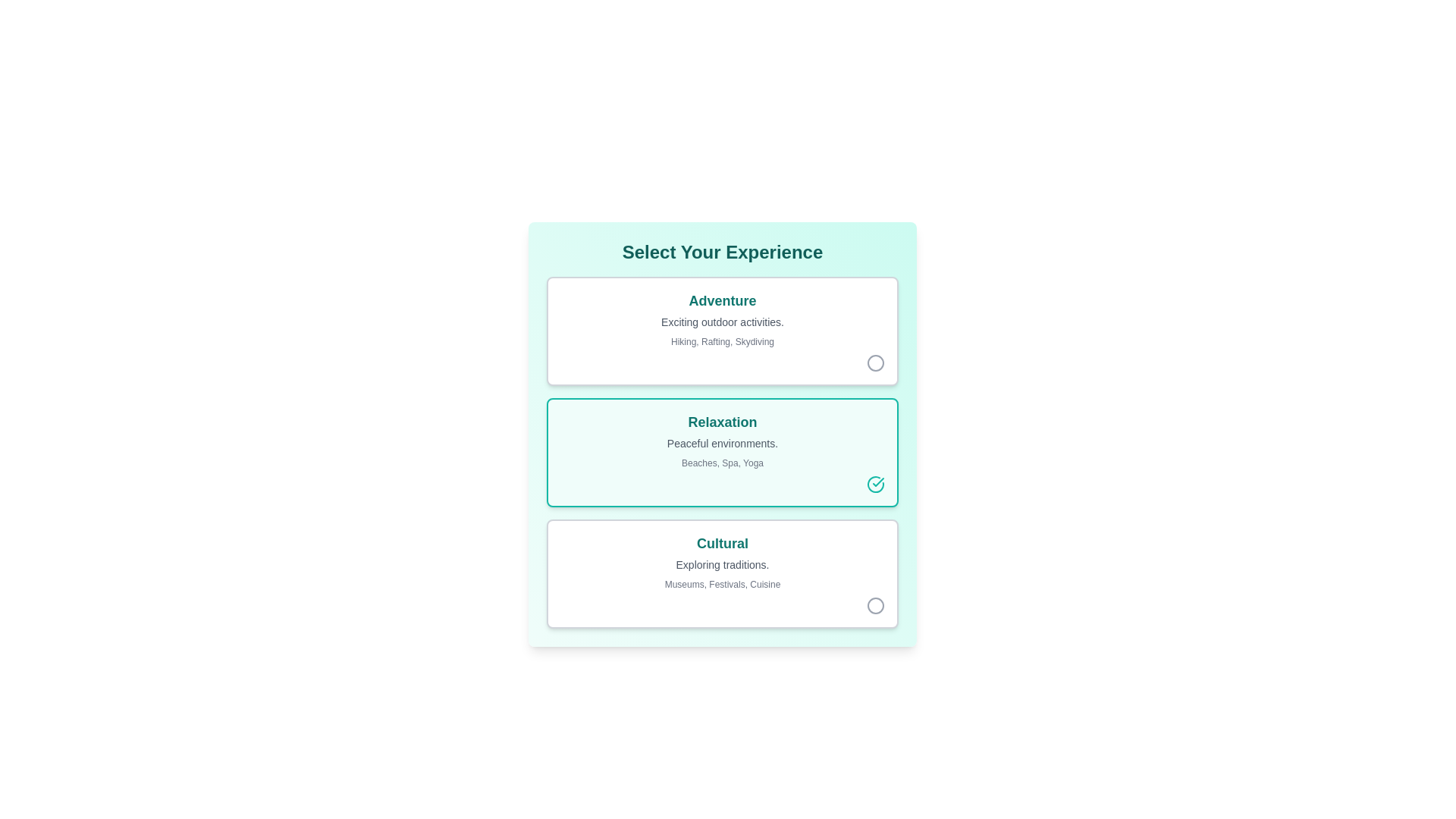  I want to click on the Static Text element that contains the words 'Exploring traditions.' which is located centrally beneath the title 'Cultural' and above the text 'Museums, Festivals, Cuisine', so click(722, 564).